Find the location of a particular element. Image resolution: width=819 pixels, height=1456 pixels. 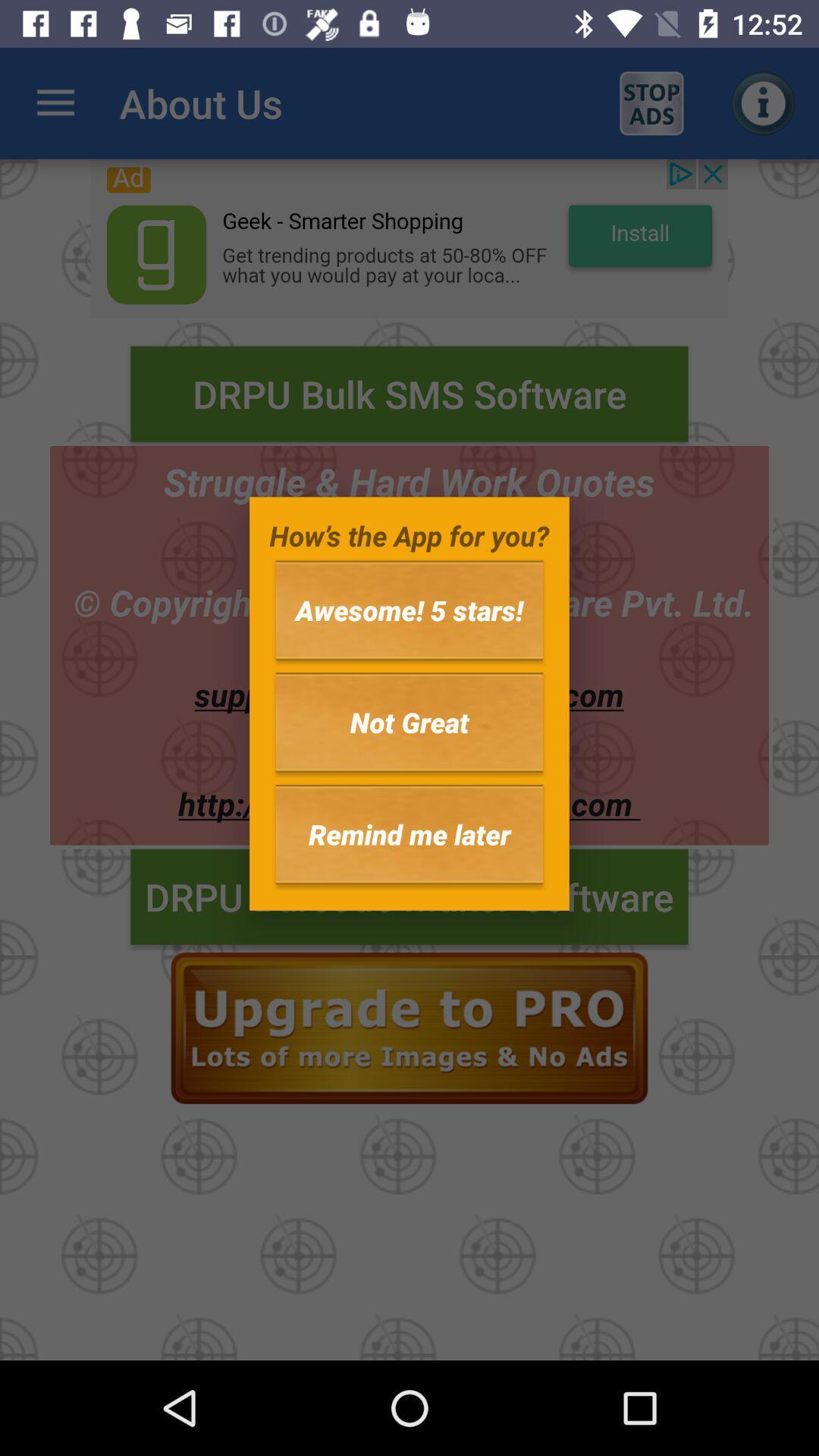

icon below the how s the icon is located at coordinates (409, 610).